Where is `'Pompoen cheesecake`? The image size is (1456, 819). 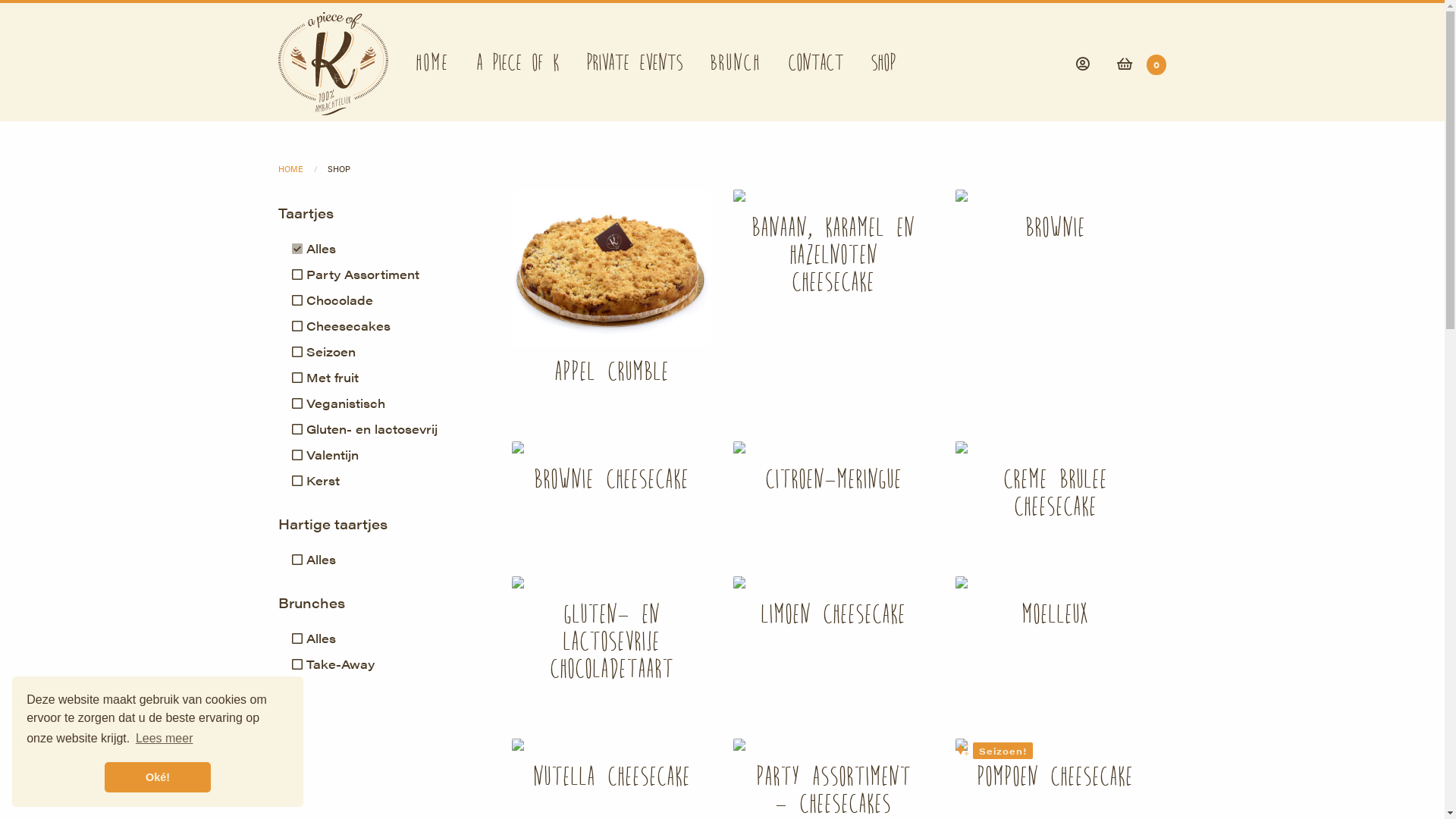 'Pompoen cheesecake is located at coordinates (1054, 772).